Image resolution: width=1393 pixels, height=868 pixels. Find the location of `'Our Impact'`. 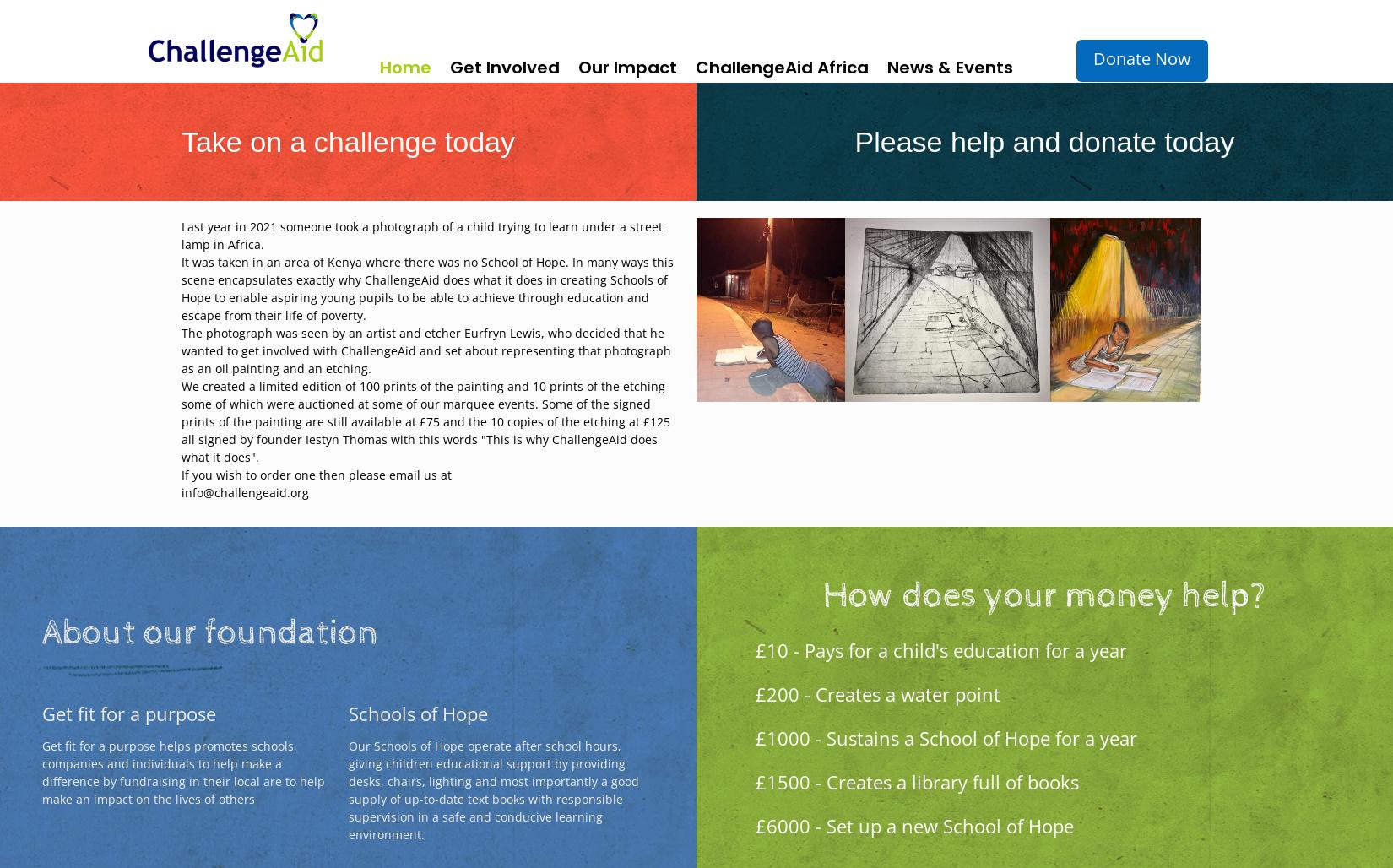

'Our Impact' is located at coordinates (626, 66).